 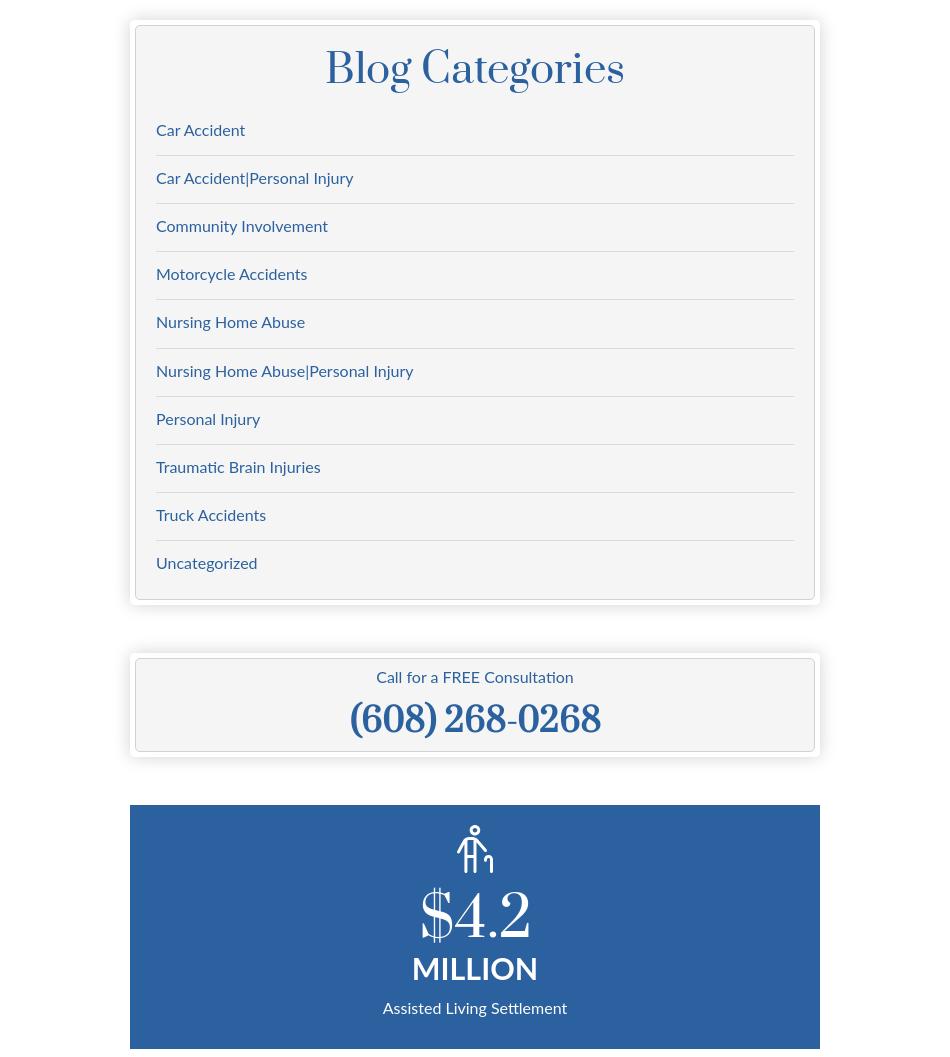 I want to click on 'Community Involvement', so click(x=240, y=226).